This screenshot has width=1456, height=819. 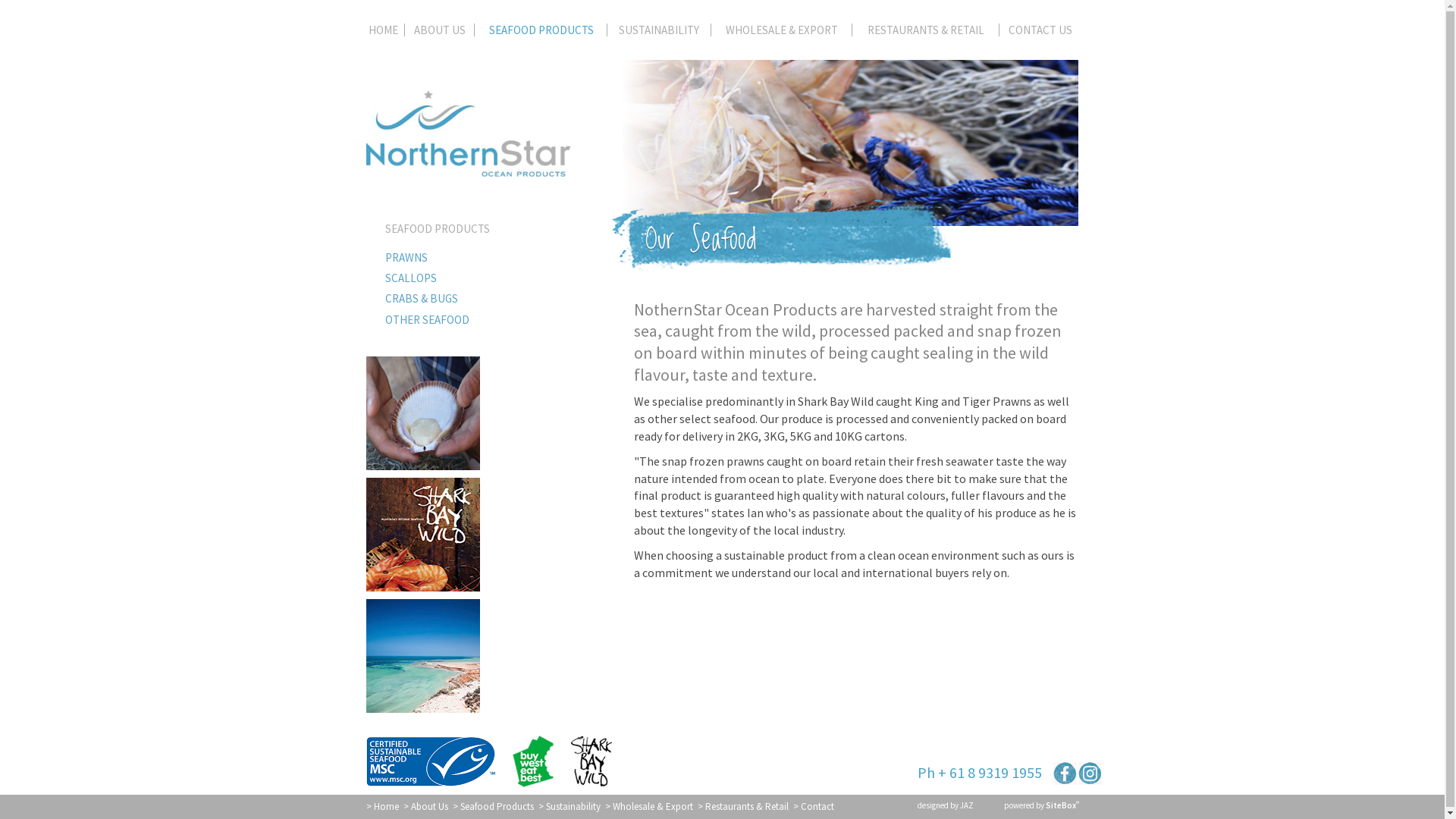 What do you see at coordinates (945, 804) in the screenshot?
I see `'designed by JAZ'` at bounding box center [945, 804].